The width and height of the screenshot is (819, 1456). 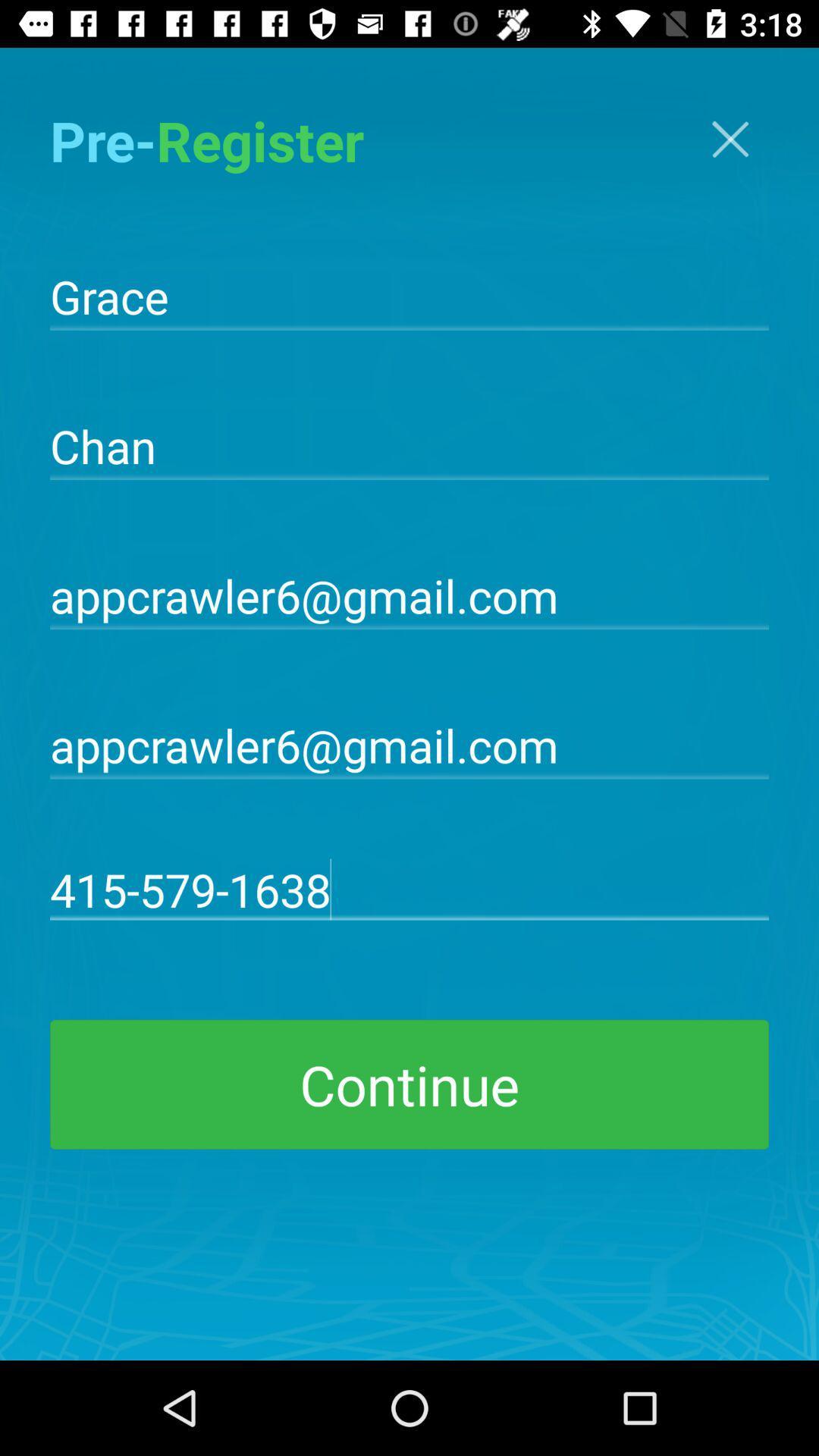 What do you see at coordinates (409, 295) in the screenshot?
I see `the grace` at bounding box center [409, 295].